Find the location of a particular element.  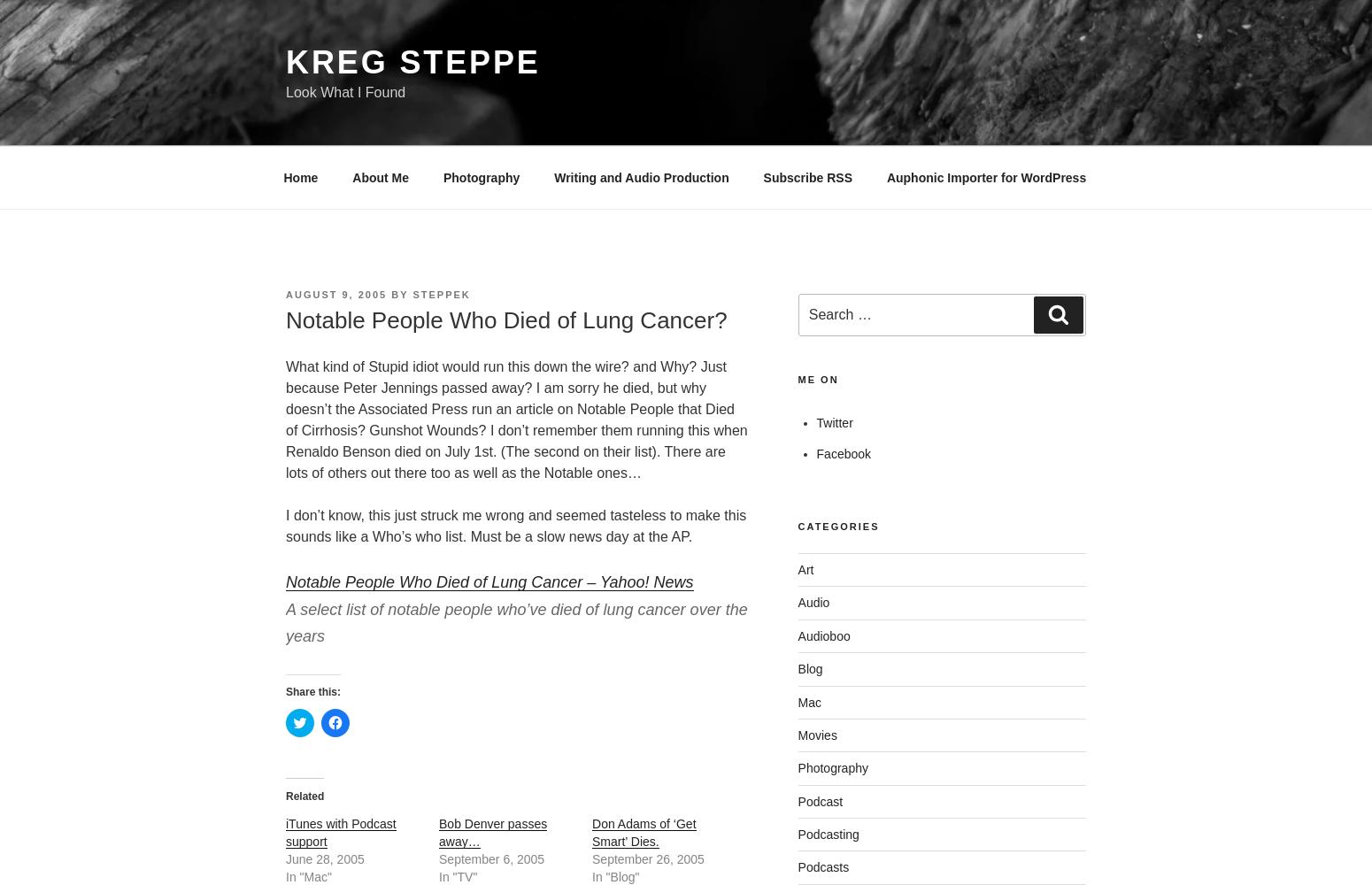

'I don’t know, this just struck me wrong and seemed tasteless to make this sounds like a Who’s who list. Must be a slow news day at the AP.' is located at coordinates (285, 525).